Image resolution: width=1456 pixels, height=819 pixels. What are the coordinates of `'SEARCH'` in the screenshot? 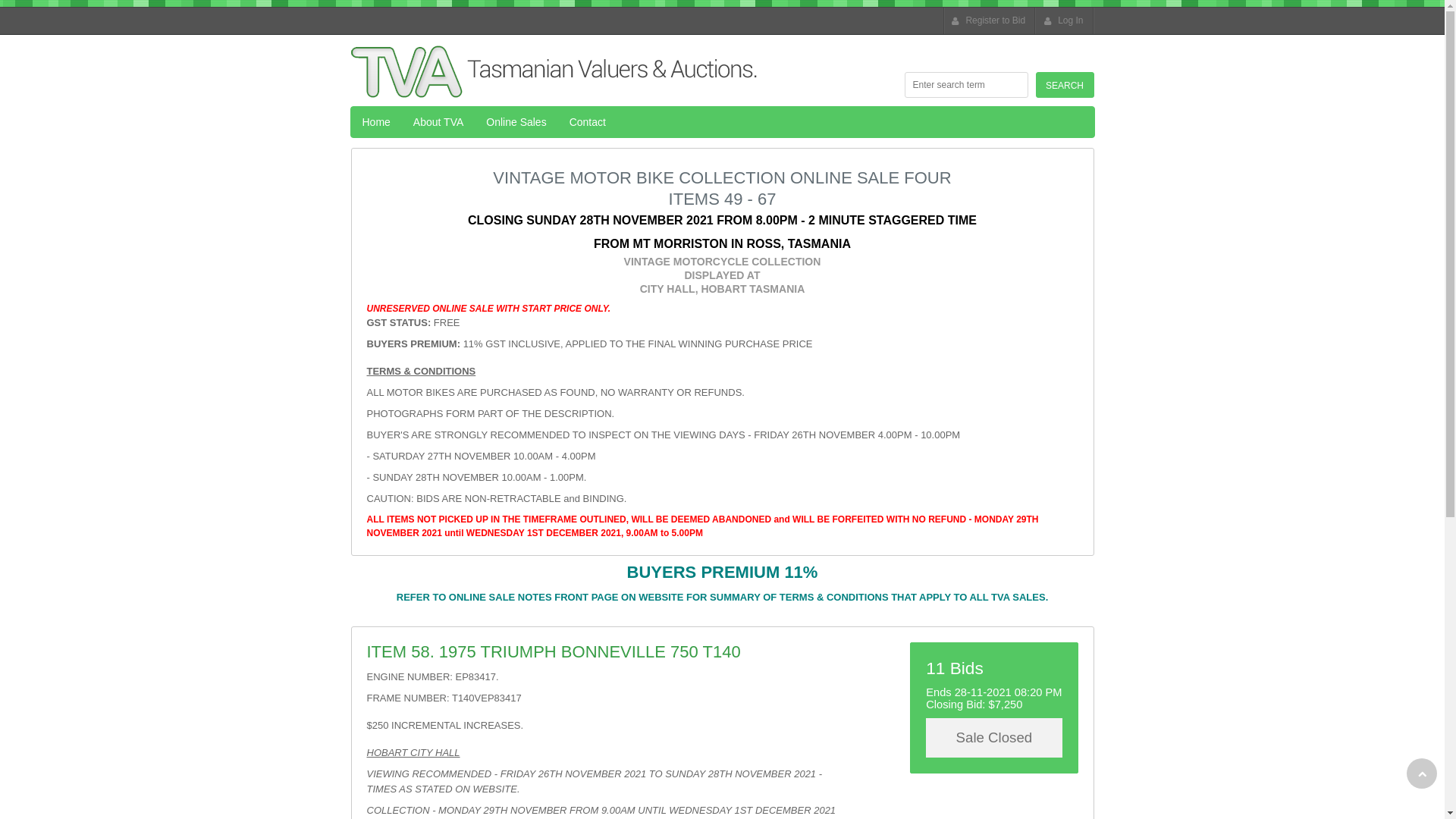 It's located at (1064, 84).